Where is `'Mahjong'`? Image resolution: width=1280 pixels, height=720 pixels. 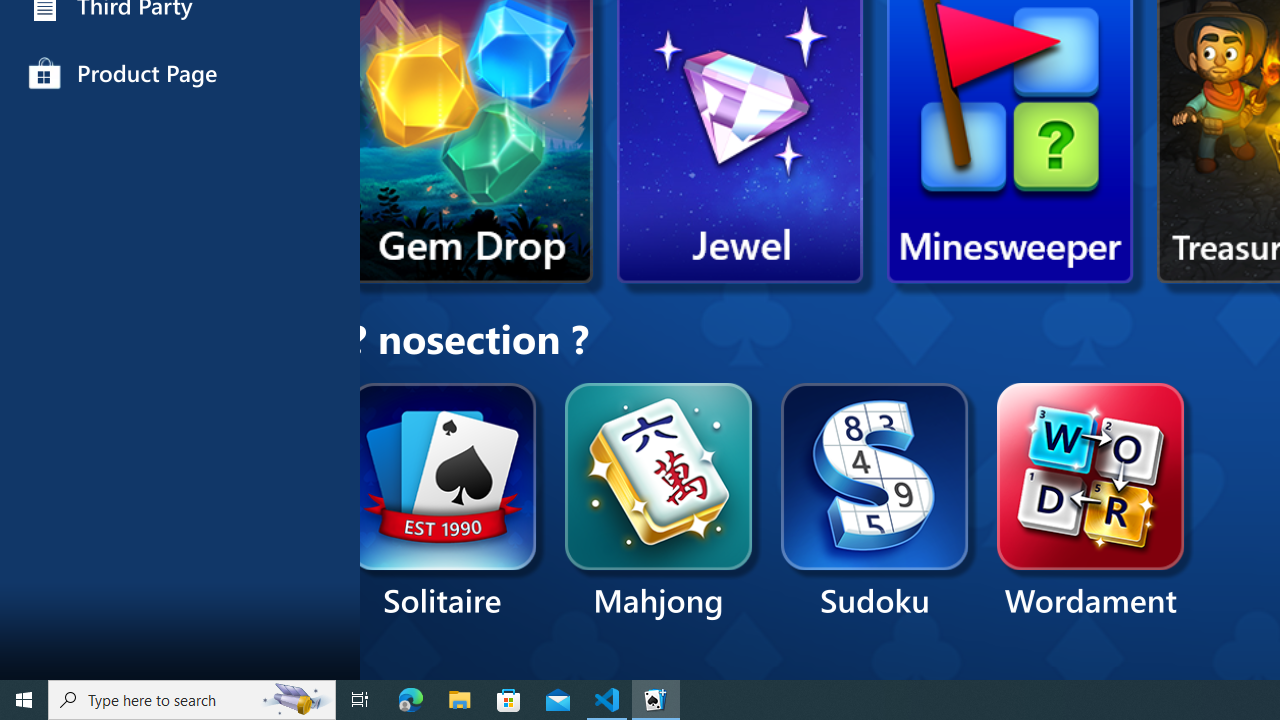
'Mahjong' is located at coordinates (659, 501).